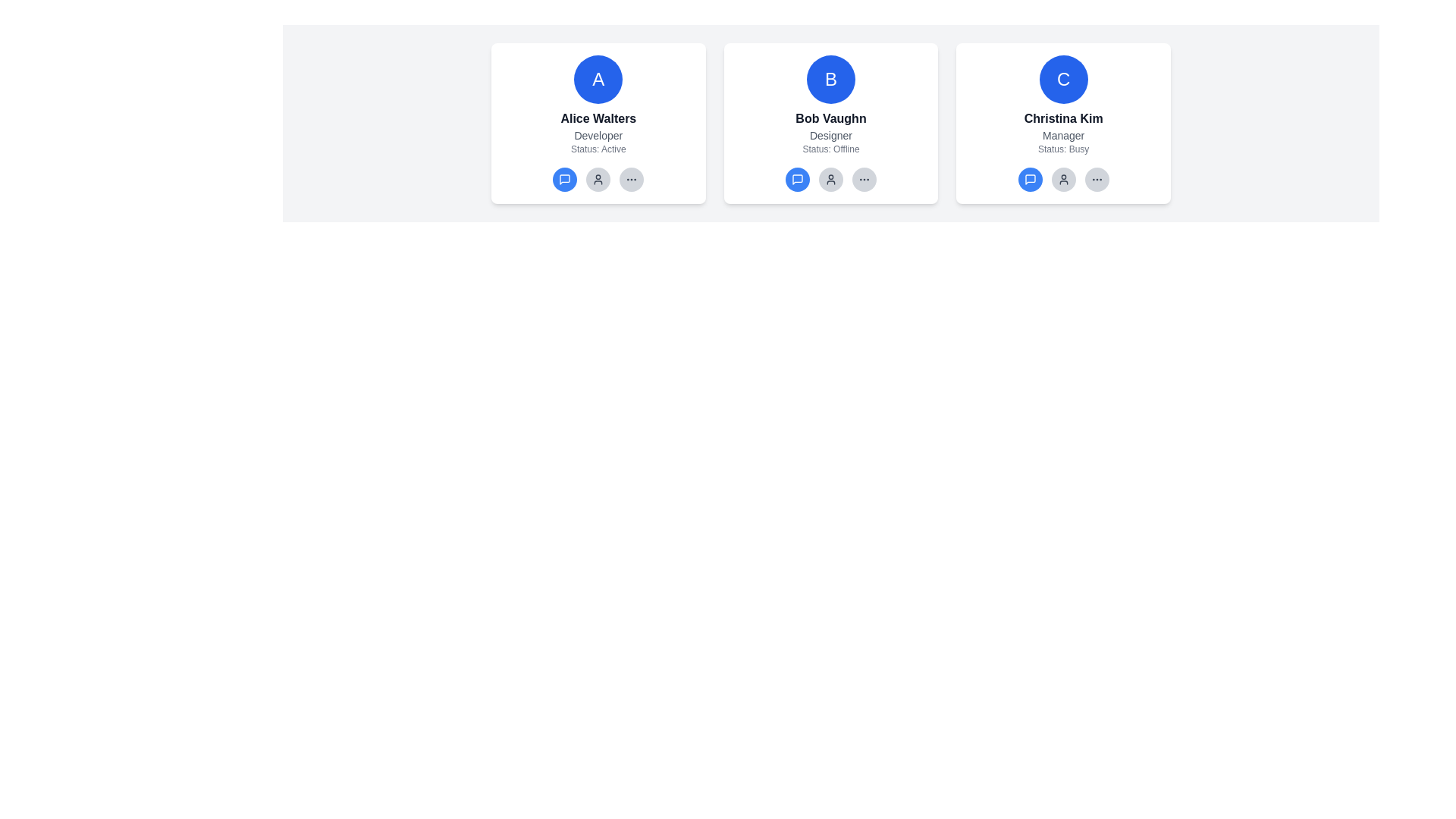  Describe the element at coordinates (598, 178) in the screenshot. I see `the third circular action button in the navigation panel located below the 'Status: Active' text in Alice Walters' profile card` at that location.